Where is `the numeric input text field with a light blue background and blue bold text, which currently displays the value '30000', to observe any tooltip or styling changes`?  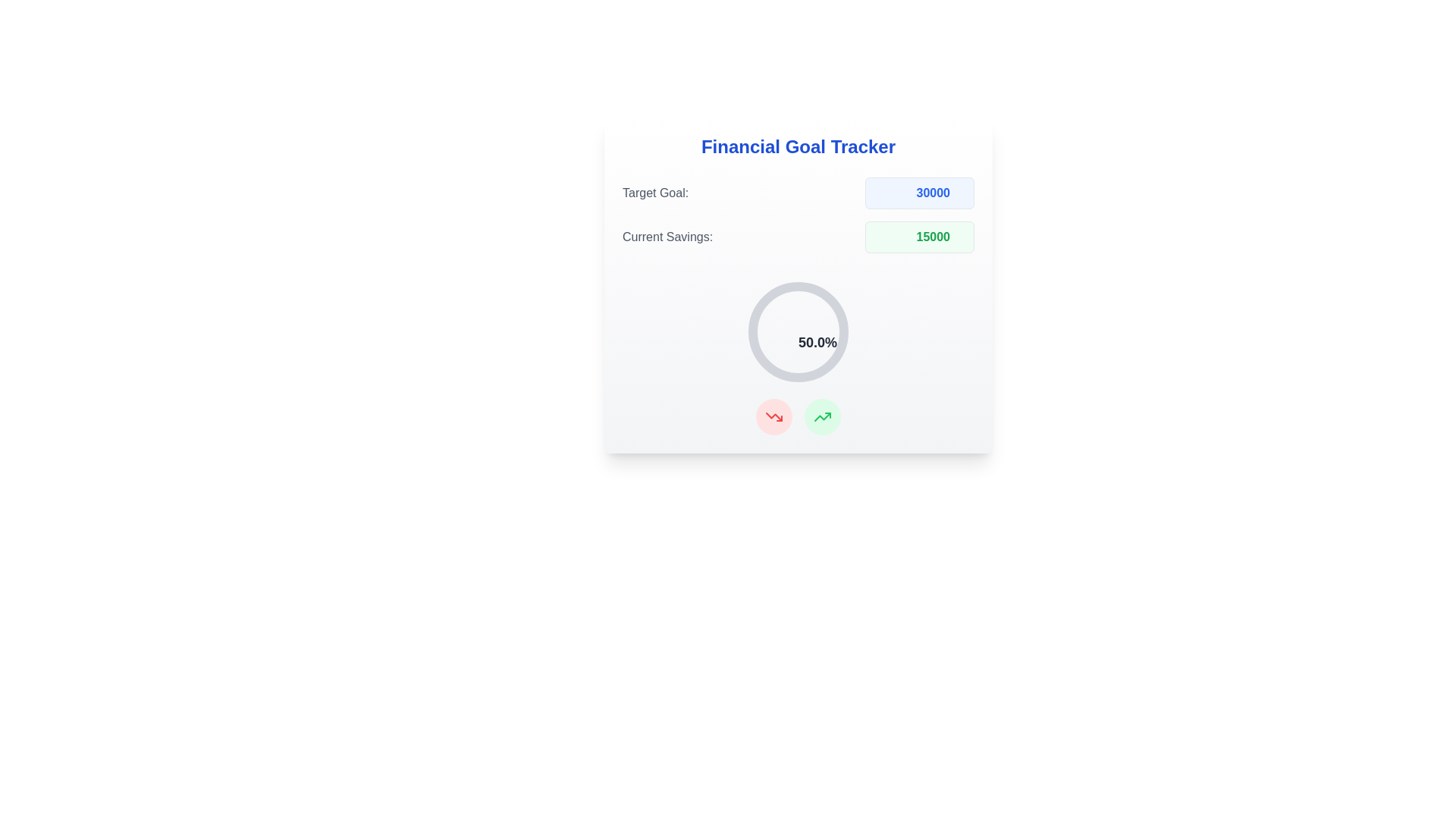
the numeric input text field with a light blue background and blue bold text, which currently displays the value '30000', to observe any tooltip or styling changes is located at coordinates (919, 192).